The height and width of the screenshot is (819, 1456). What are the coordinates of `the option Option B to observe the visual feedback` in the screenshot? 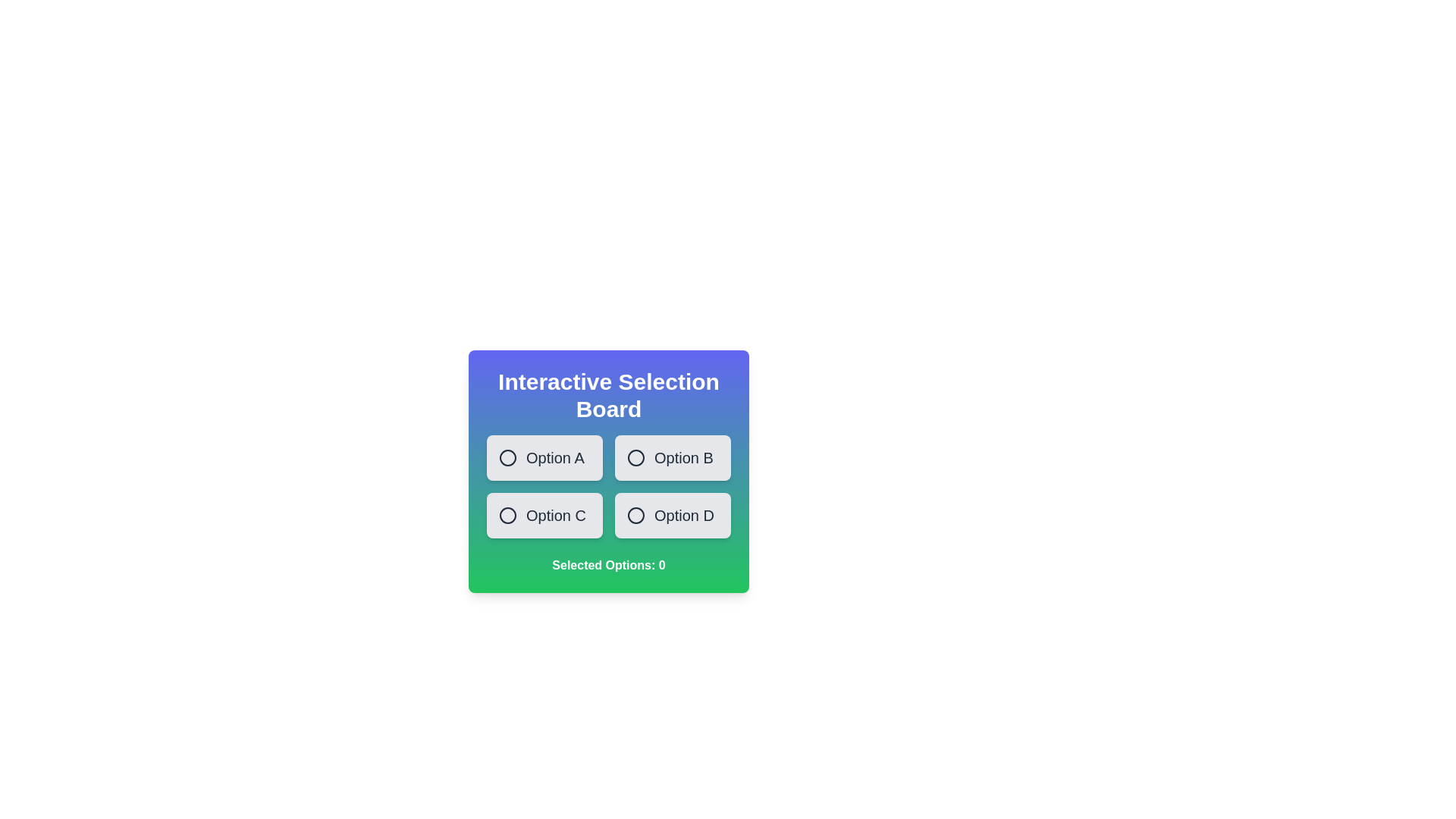 It's located at (672, 457).